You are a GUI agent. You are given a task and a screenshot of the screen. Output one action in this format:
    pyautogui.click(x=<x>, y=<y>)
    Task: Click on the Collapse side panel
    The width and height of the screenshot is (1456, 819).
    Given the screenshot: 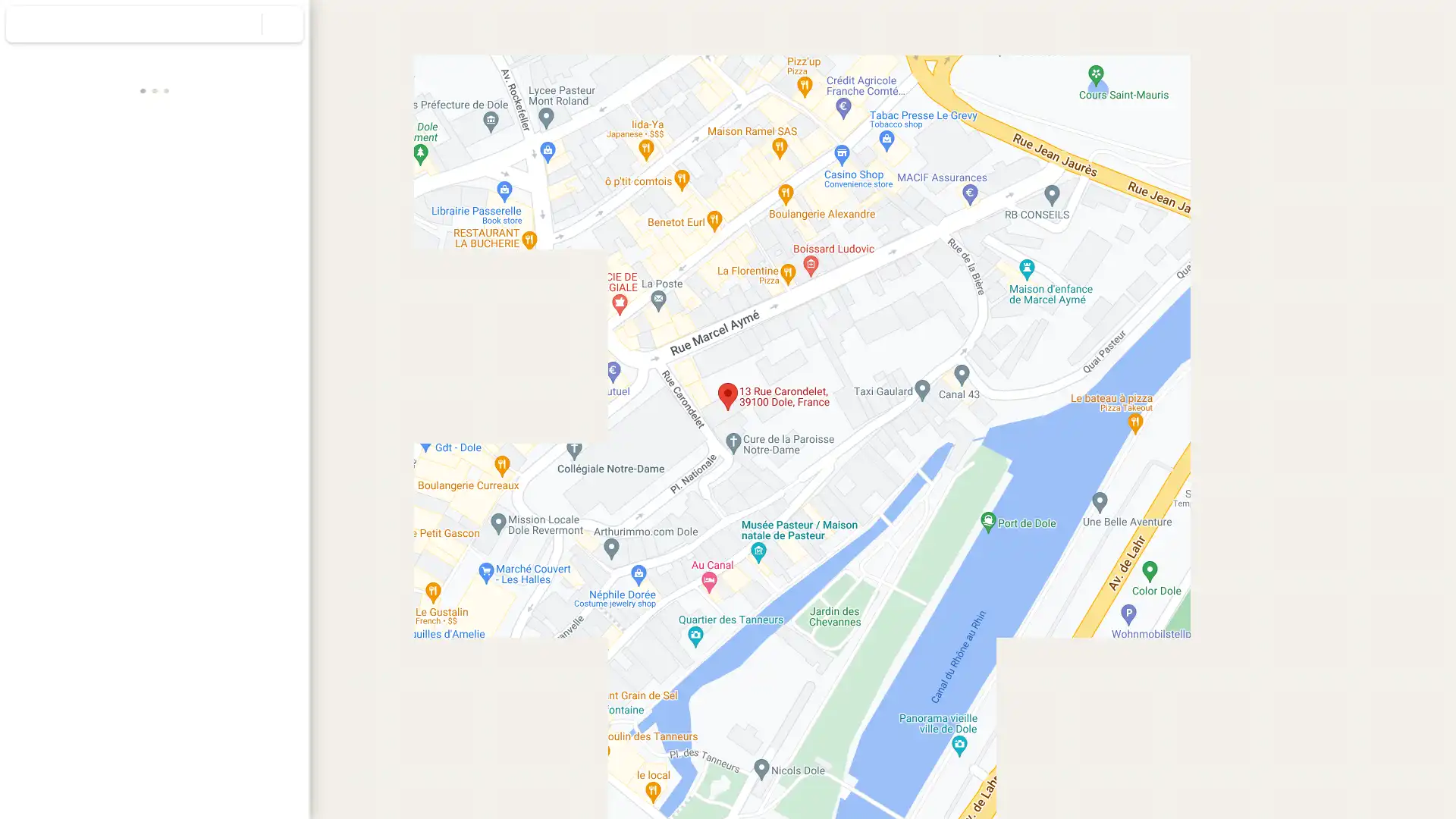 What is the action you would take?
    pyautogui.click(x=317, y=409)
    